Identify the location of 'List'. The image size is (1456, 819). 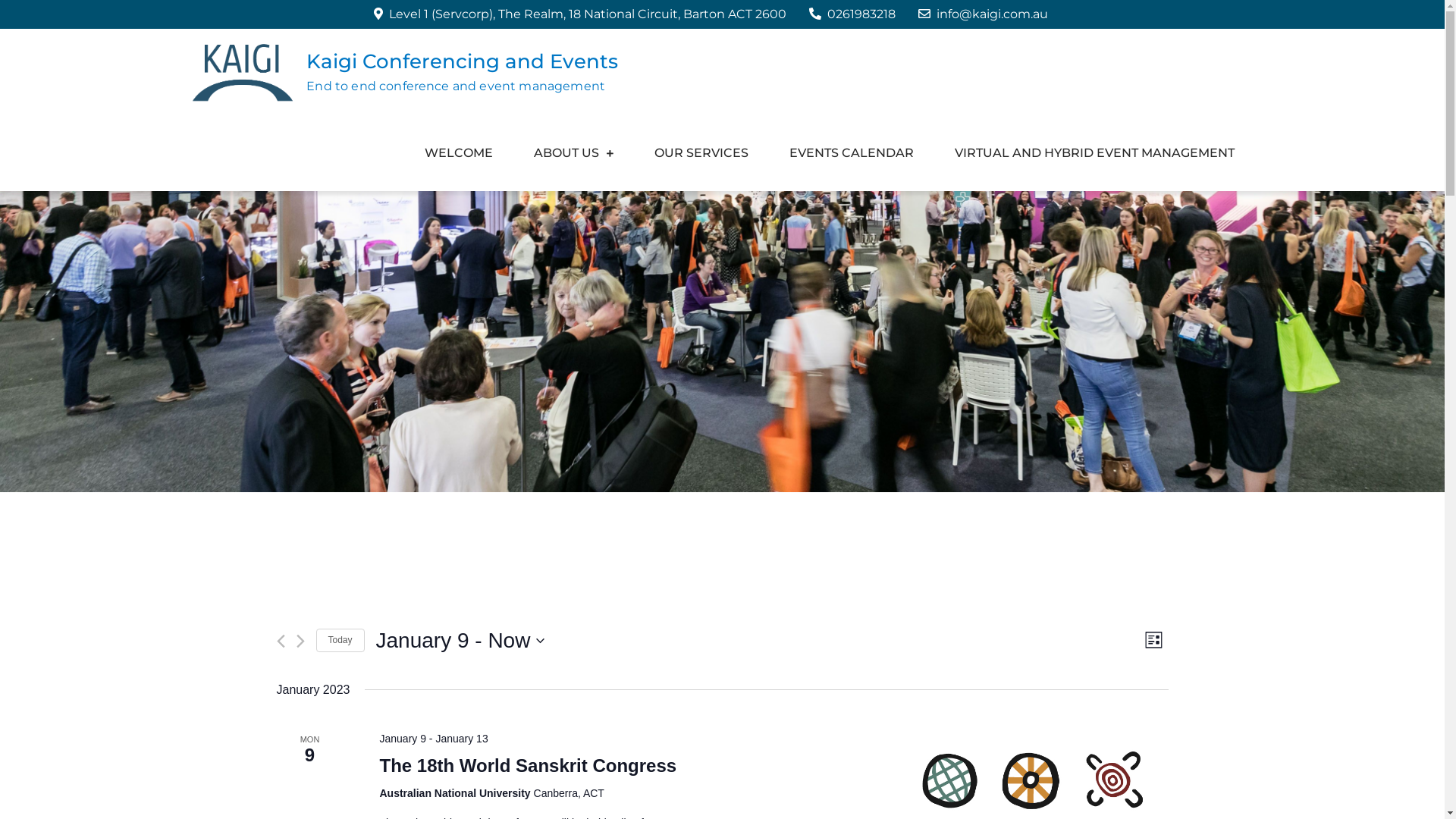
(1153, 640).